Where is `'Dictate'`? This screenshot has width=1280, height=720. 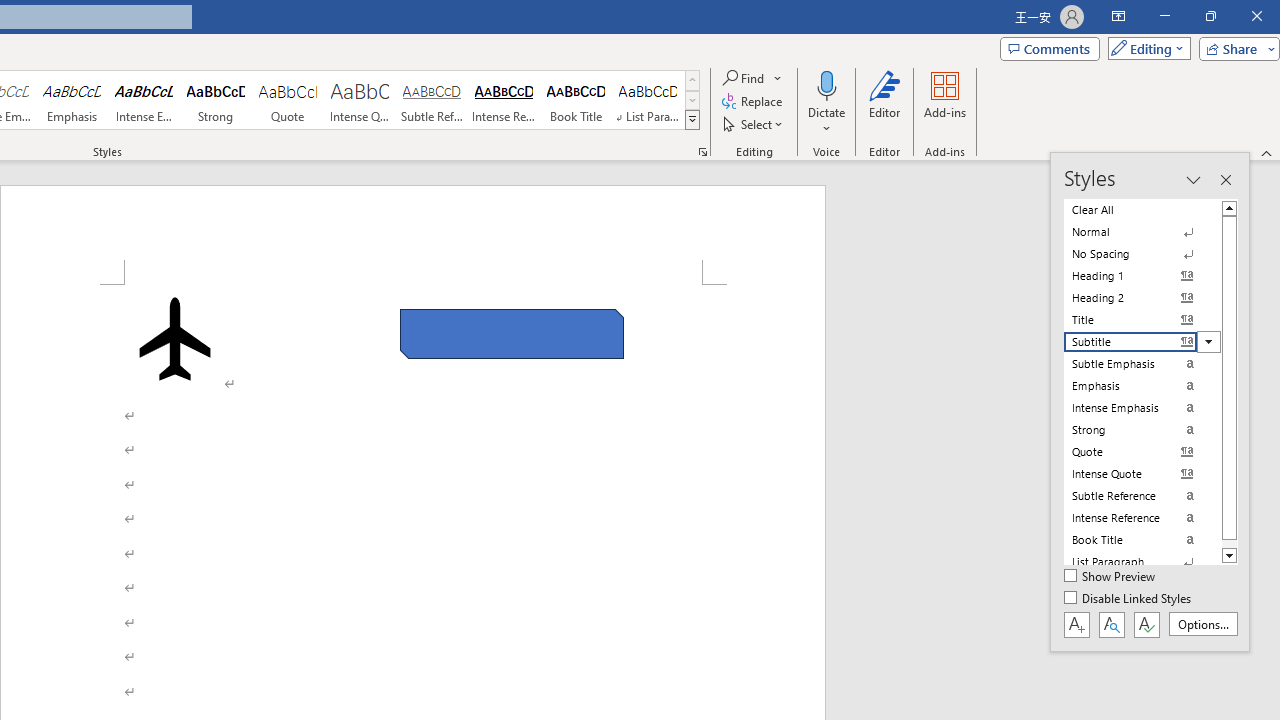 'Dictate' is located at coordinates (826, 84).